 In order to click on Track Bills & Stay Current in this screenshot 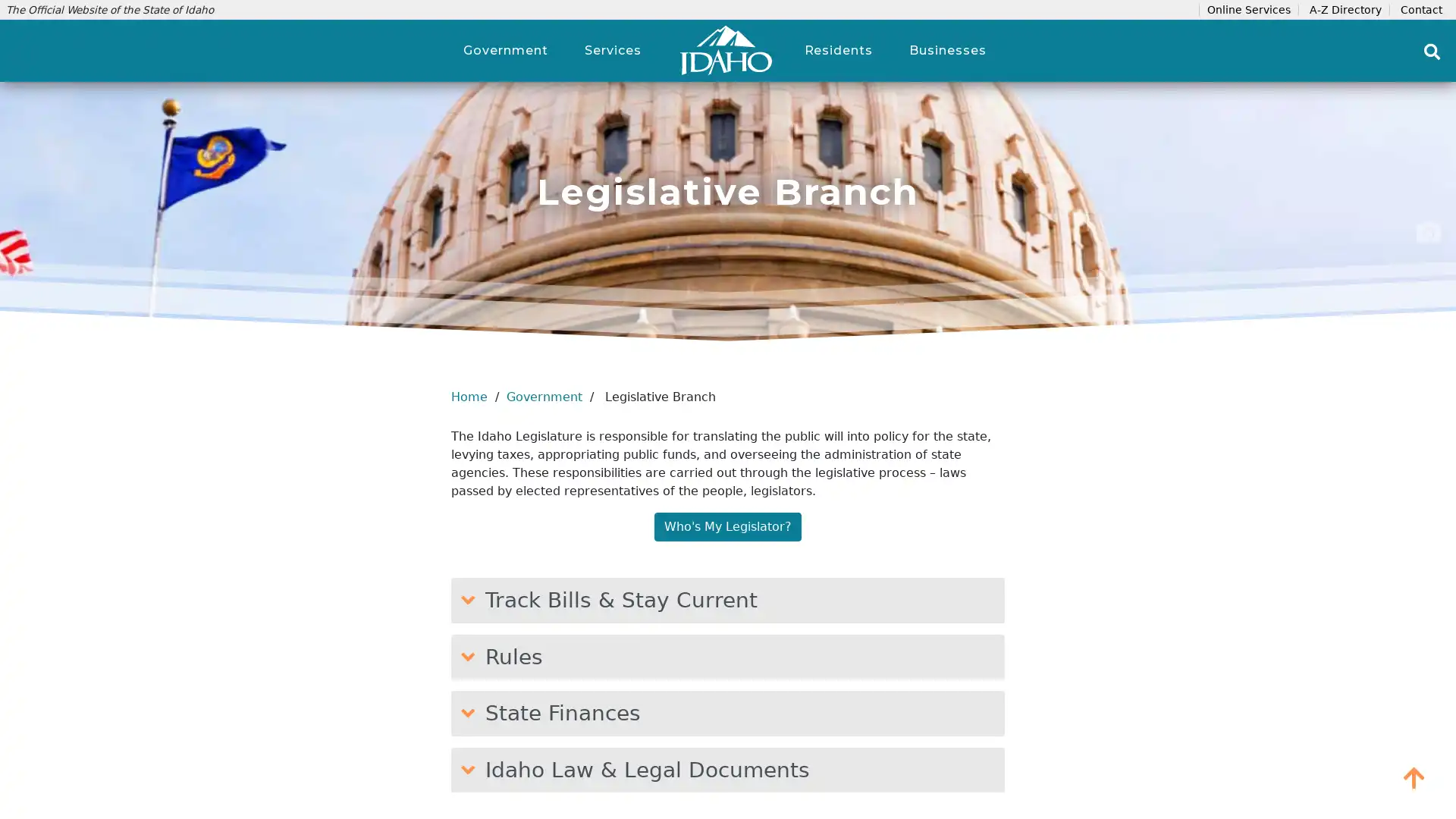, I will do `click(728, 599)`.